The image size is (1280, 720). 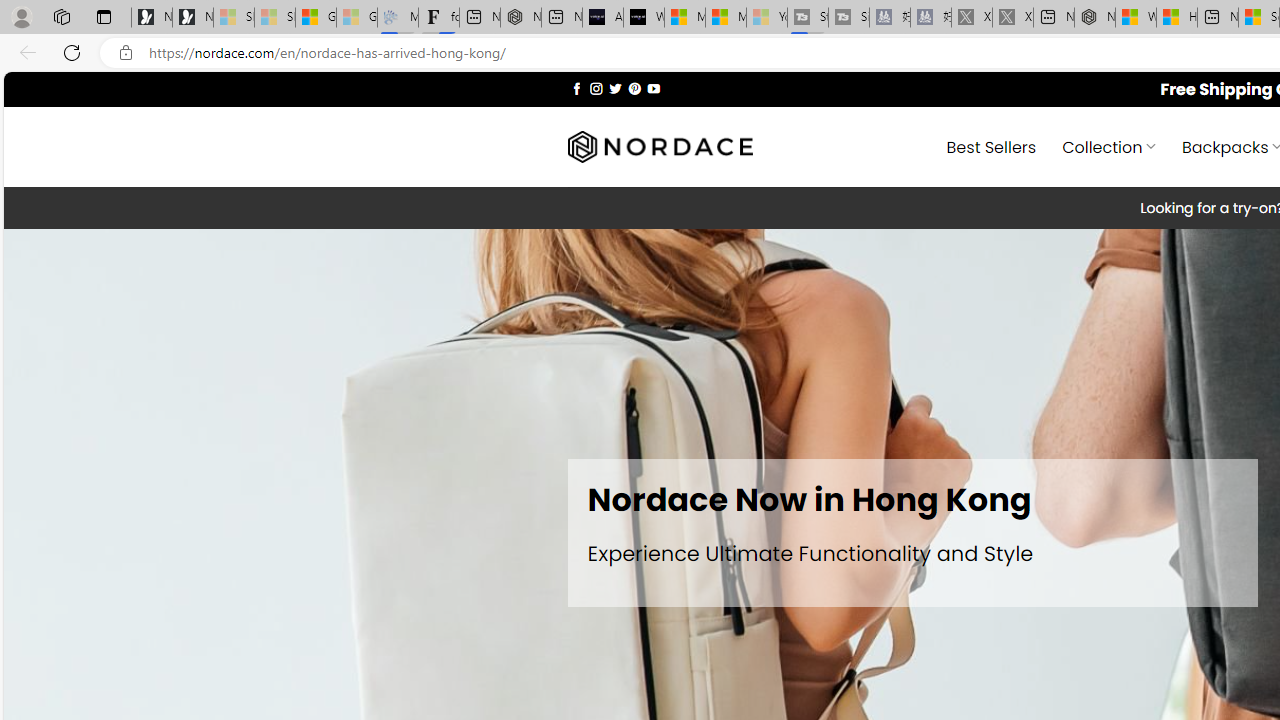 What do you see at coordinates (192, 17) in the screenshot?
I see `'Newsletter Sign Up'` at bounding box center [192, 17].